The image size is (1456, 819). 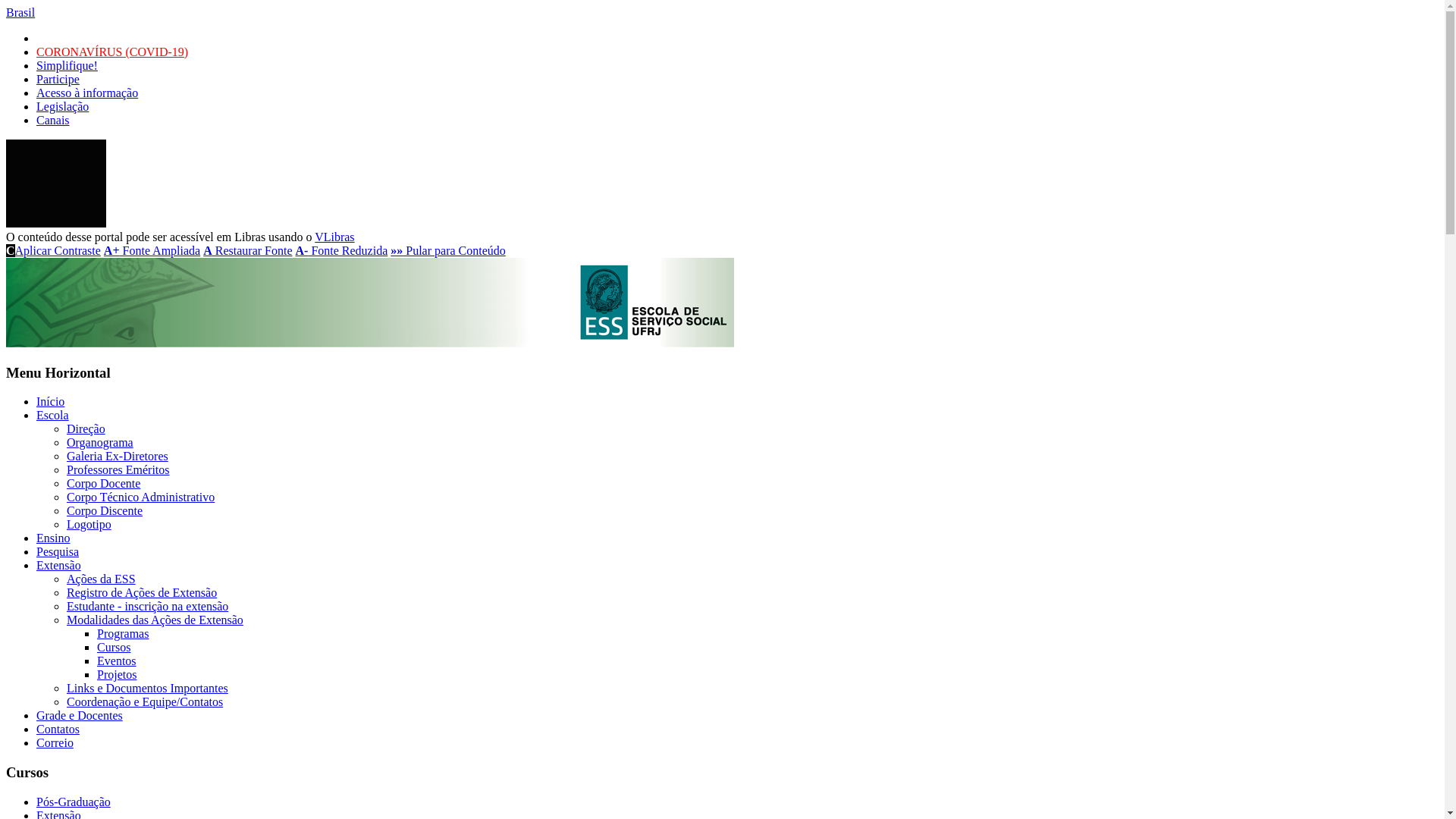 What do you see at coordinates (247, 249) in the screenshot?
I see `'A Restaurar Fonte'` at bounding box center [247, 249].